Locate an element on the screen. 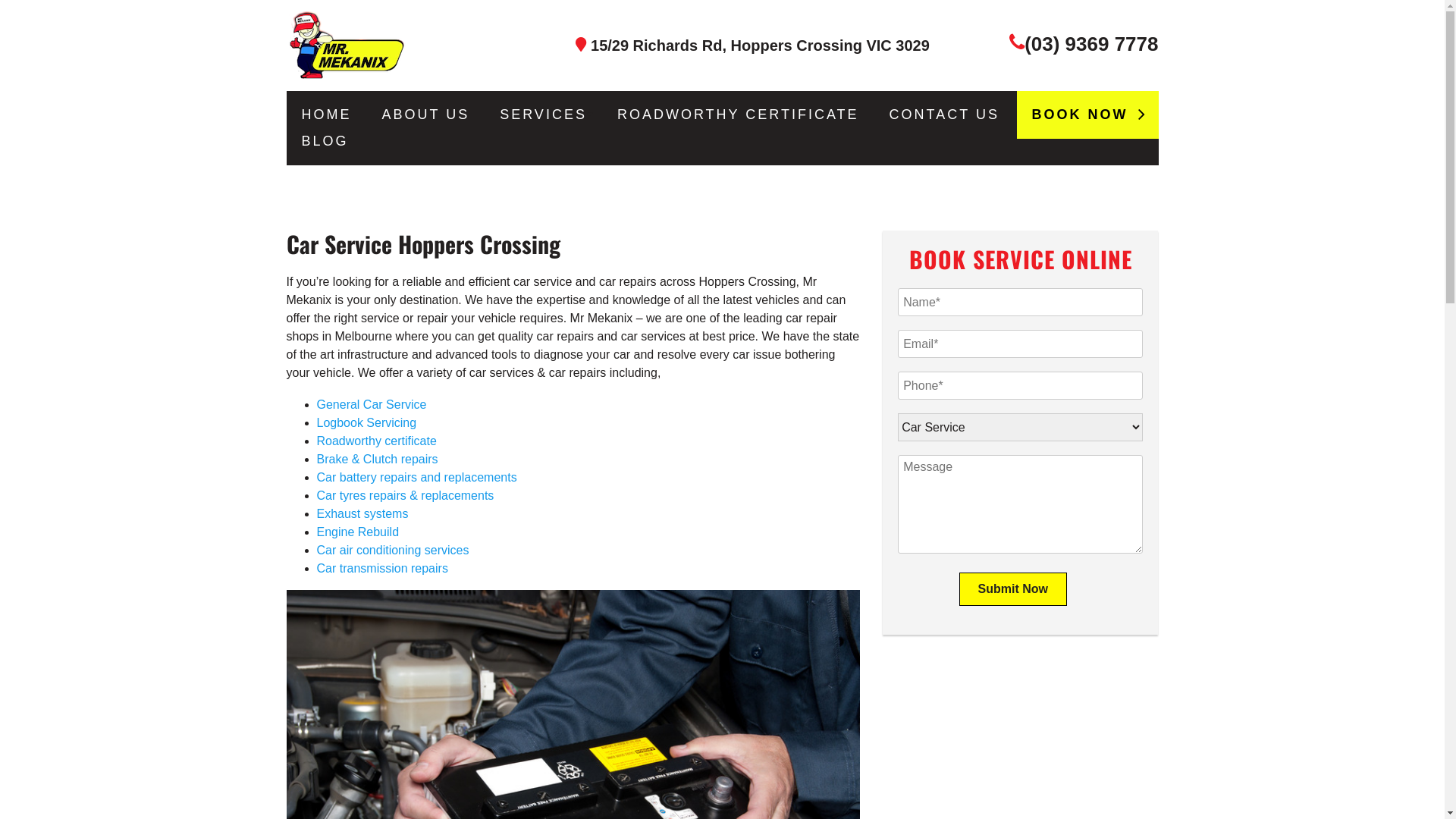  'CONTACT US' is located at coordinates (943, 114).